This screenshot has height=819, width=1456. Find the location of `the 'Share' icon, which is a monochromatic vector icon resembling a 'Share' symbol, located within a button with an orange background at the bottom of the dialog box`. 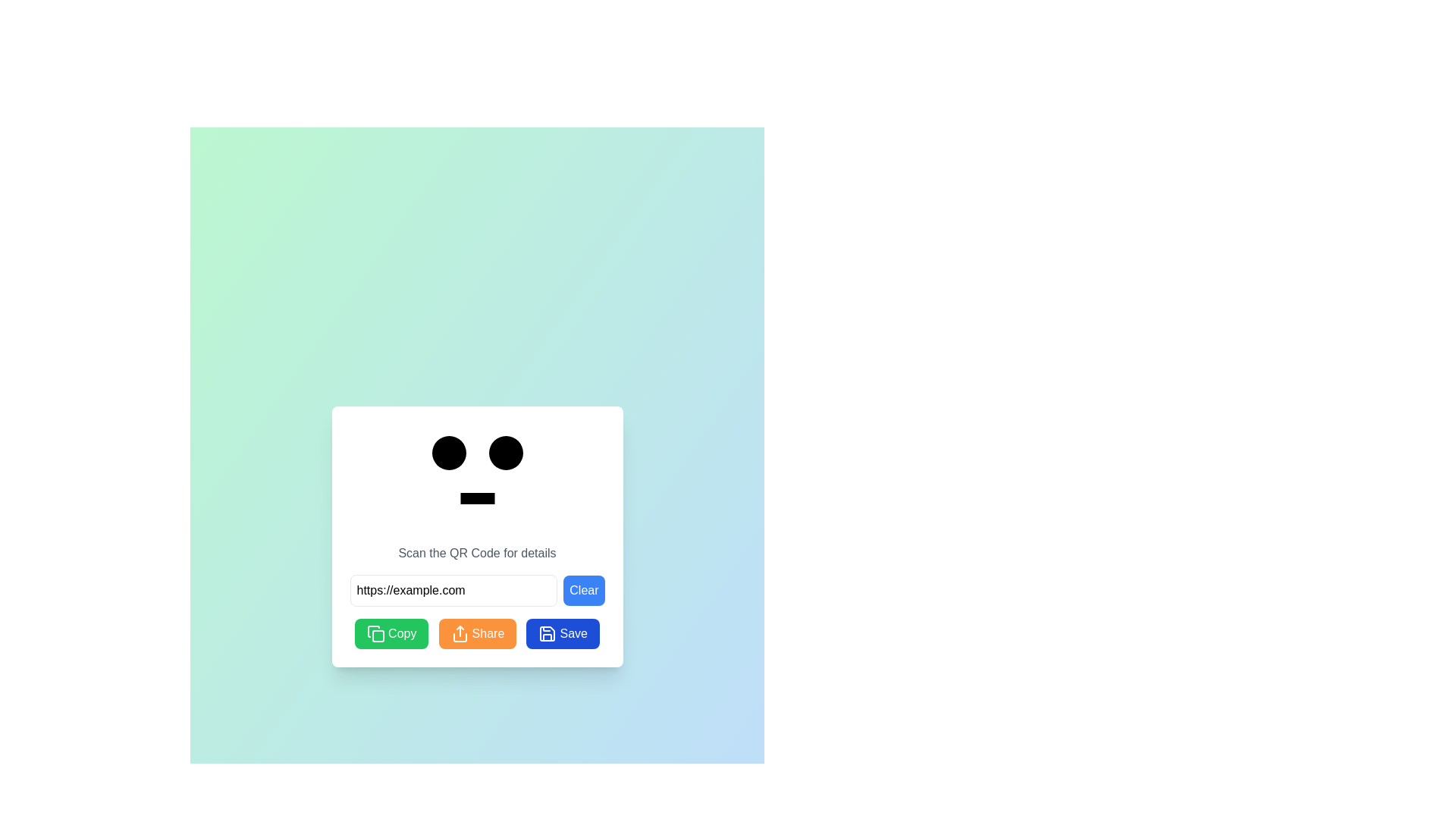

the 'Share' icon, which is a monochromatic vector icon resembling a 'Share' symbol, located within a button with an orange background at the bottom of the dialog box is located at coordinates (459, 634).